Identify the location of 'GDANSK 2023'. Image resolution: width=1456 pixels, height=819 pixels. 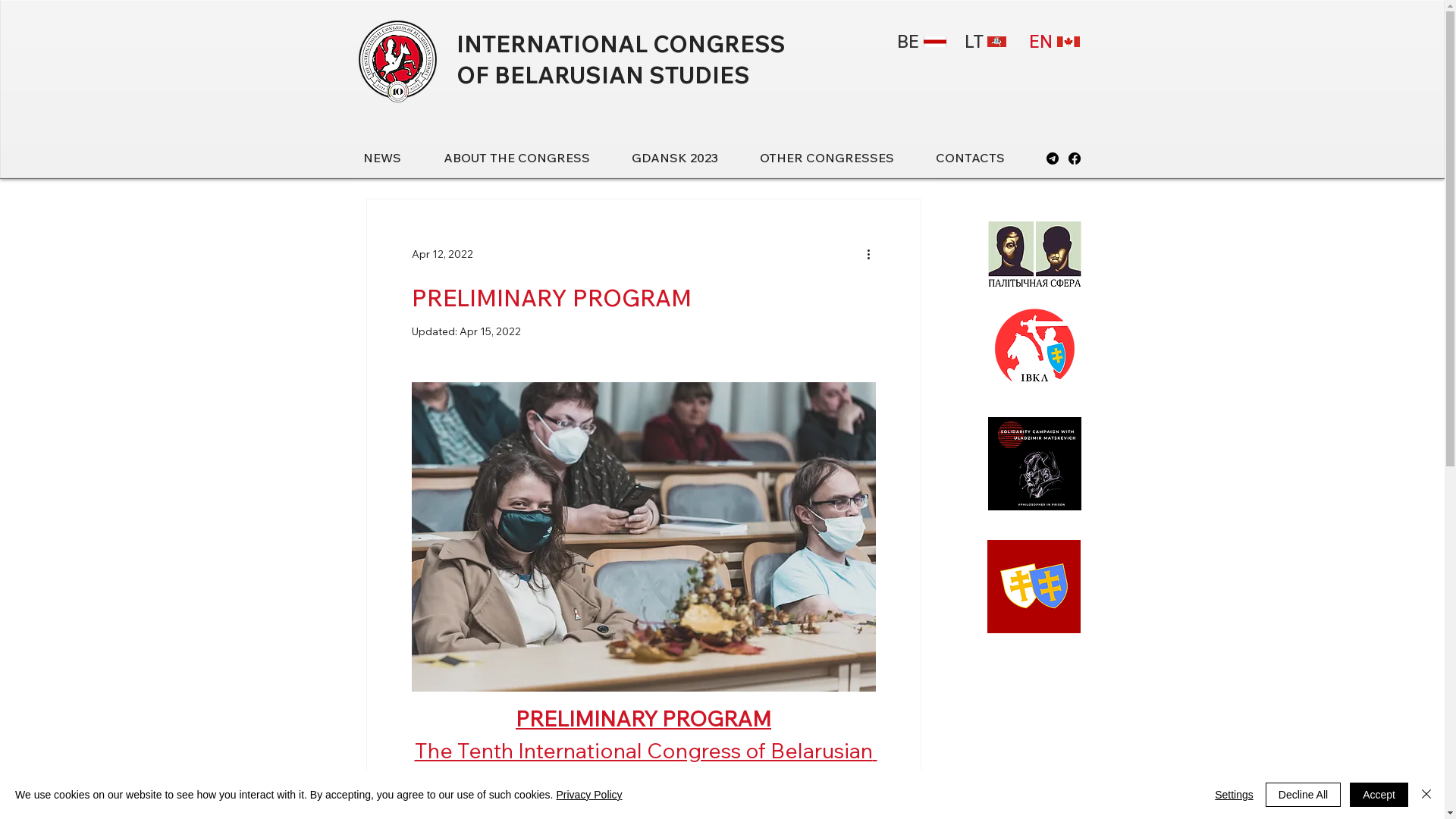
(623, 158).